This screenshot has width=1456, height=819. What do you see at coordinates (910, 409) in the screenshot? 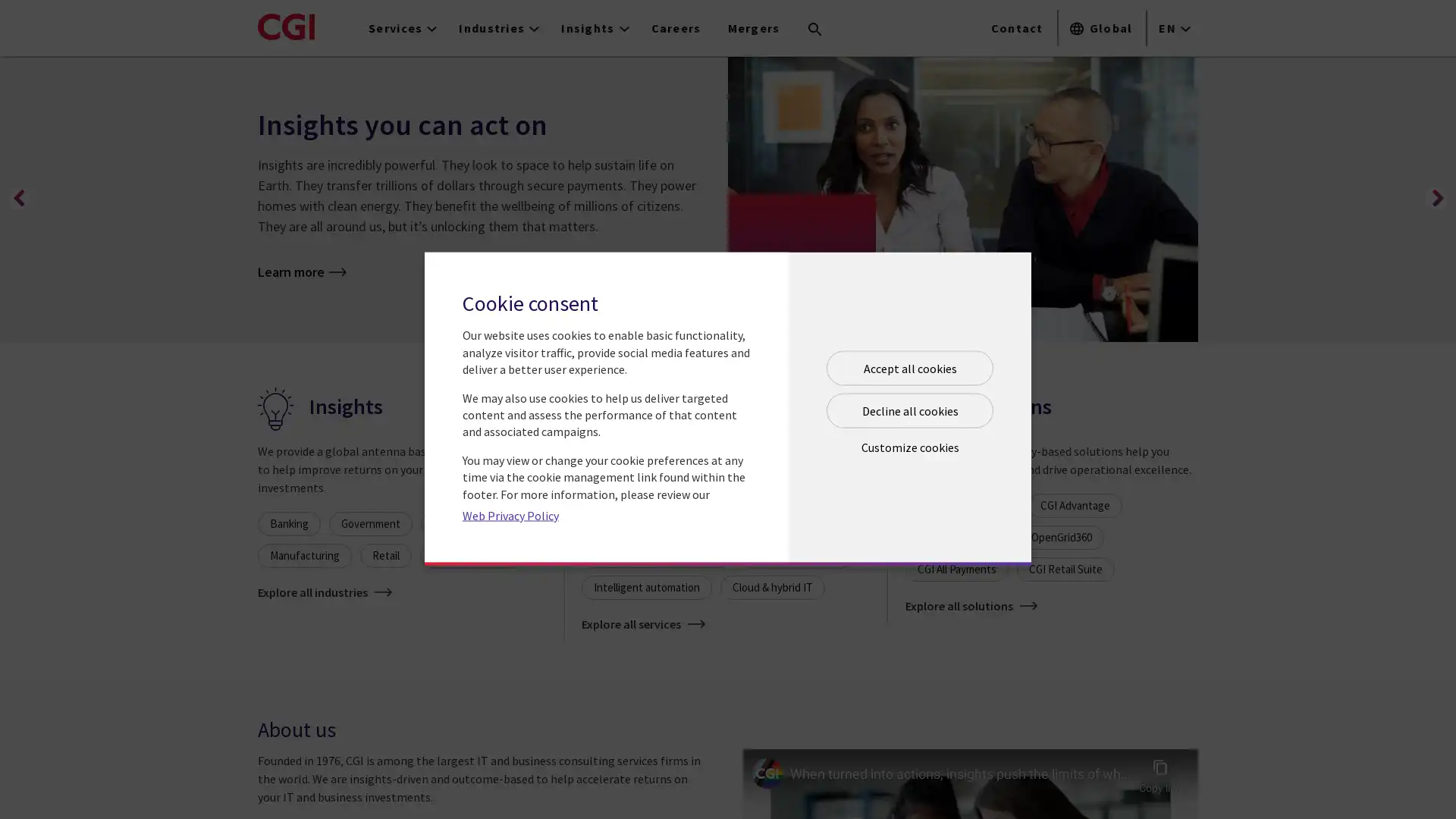
I see `Decline all cookies` at bounding box center [910, 409].